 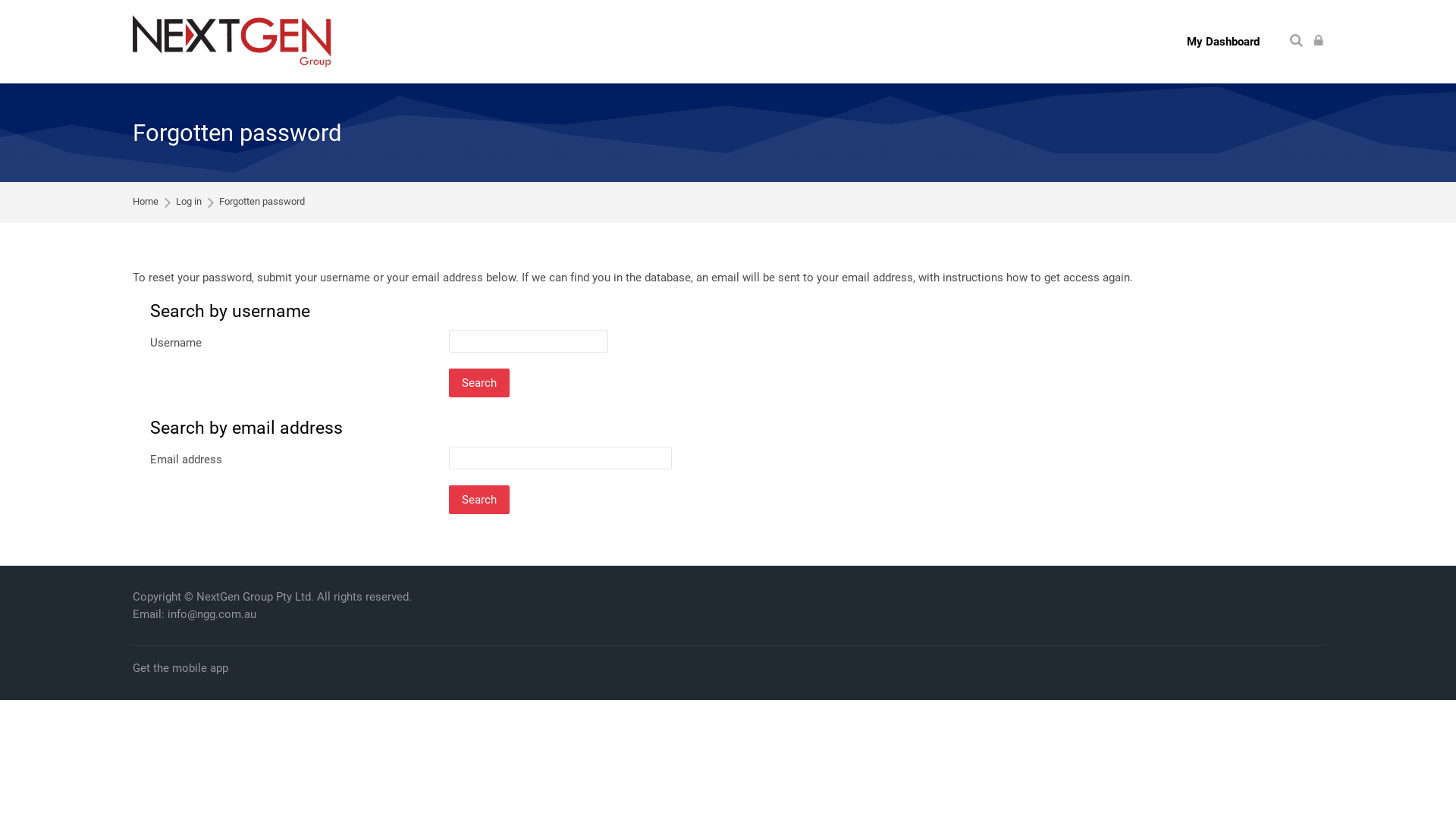 What do you see at coordinates (479, 500) in the screenshot?
I see `'Search'` at bounding box center [479, 500].